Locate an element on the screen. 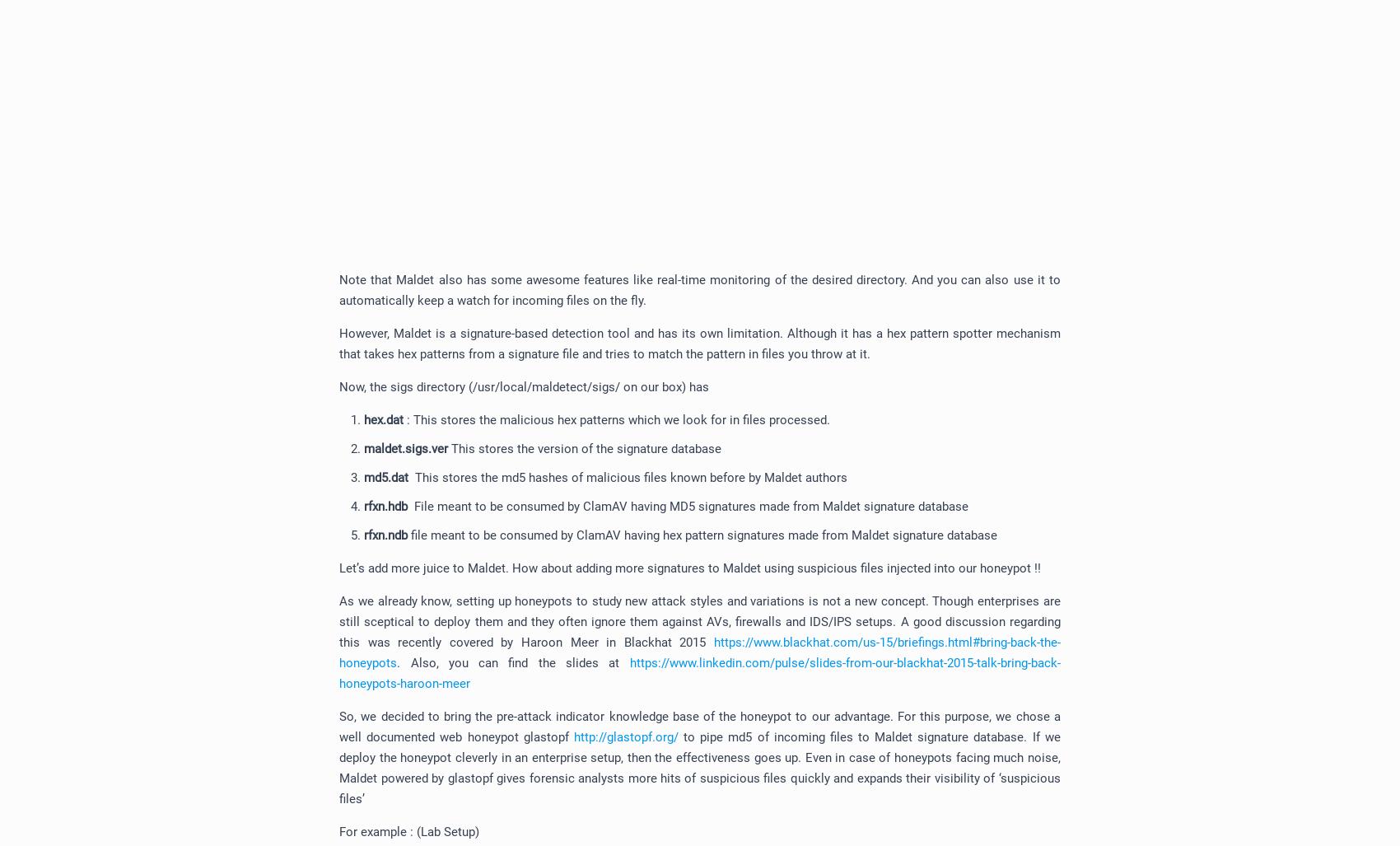 This screenshot has height=846, width=1400. 'Let’s add more juice to Maldet. How about adding more signatures to Maldet using suspicious files injected into our honeypot !!' is located at coordinates (688, 568).